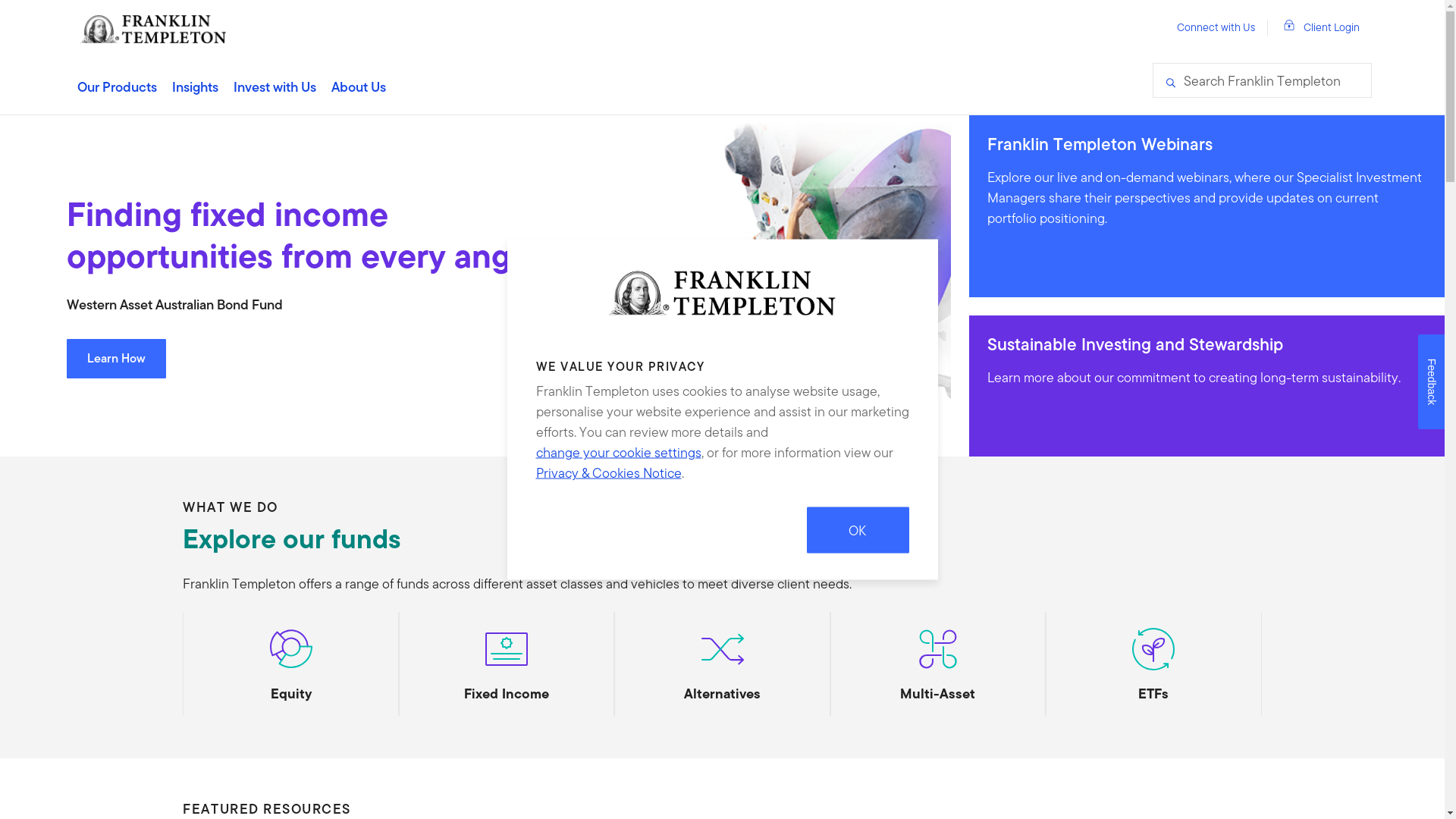  Describe the element at coordinates (535, 450) in the screenshot. I see `'change your cookie settings'` at that location.